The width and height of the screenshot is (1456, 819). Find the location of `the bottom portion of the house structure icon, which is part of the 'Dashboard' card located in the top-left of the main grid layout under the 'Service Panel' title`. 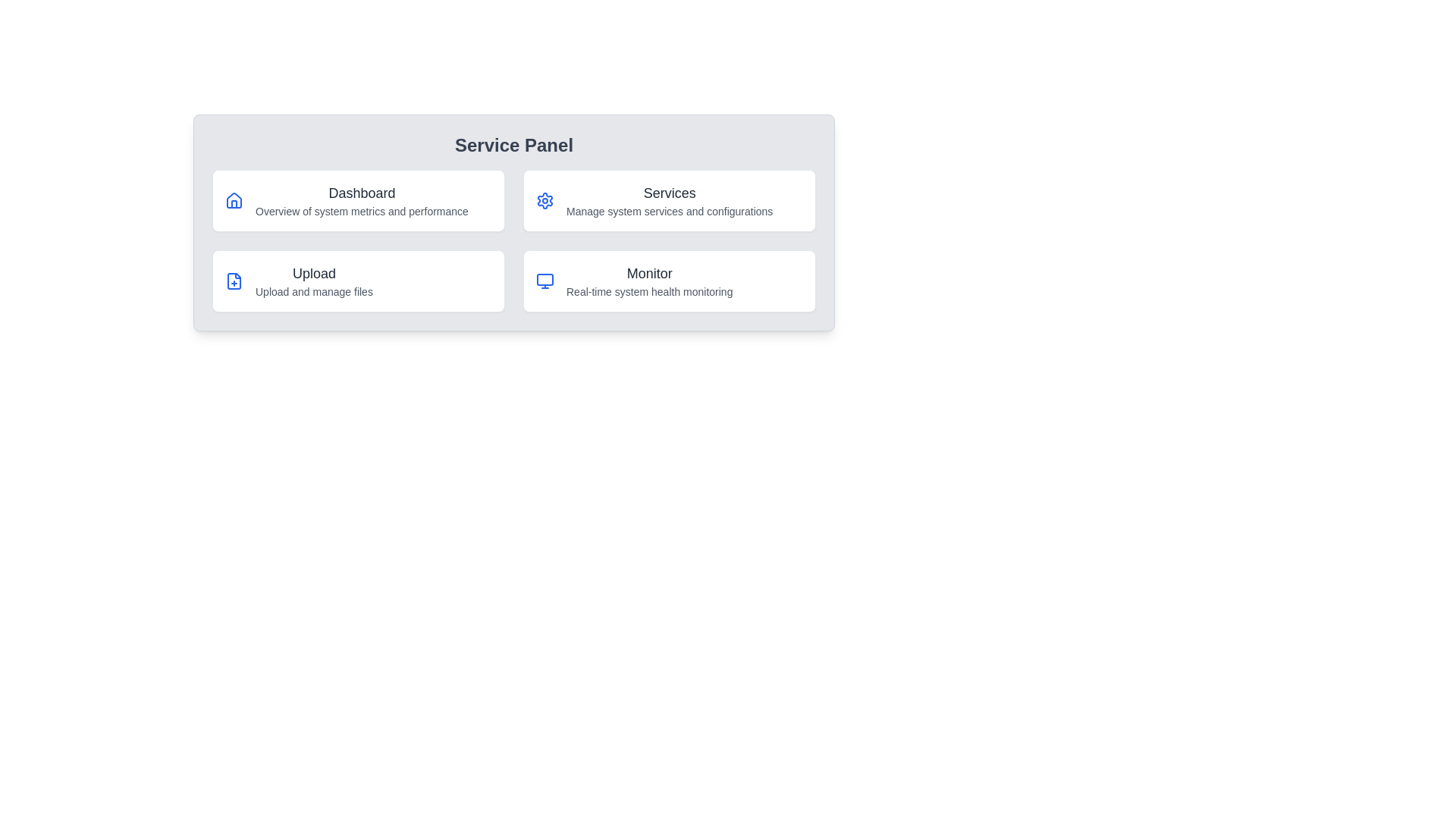

the bottom portion of the house structure icon, which is part of the 'Dashboard' card located in the top-left of the main grid layout under the 'Service Panel' title is located at coordinates (233, 203).